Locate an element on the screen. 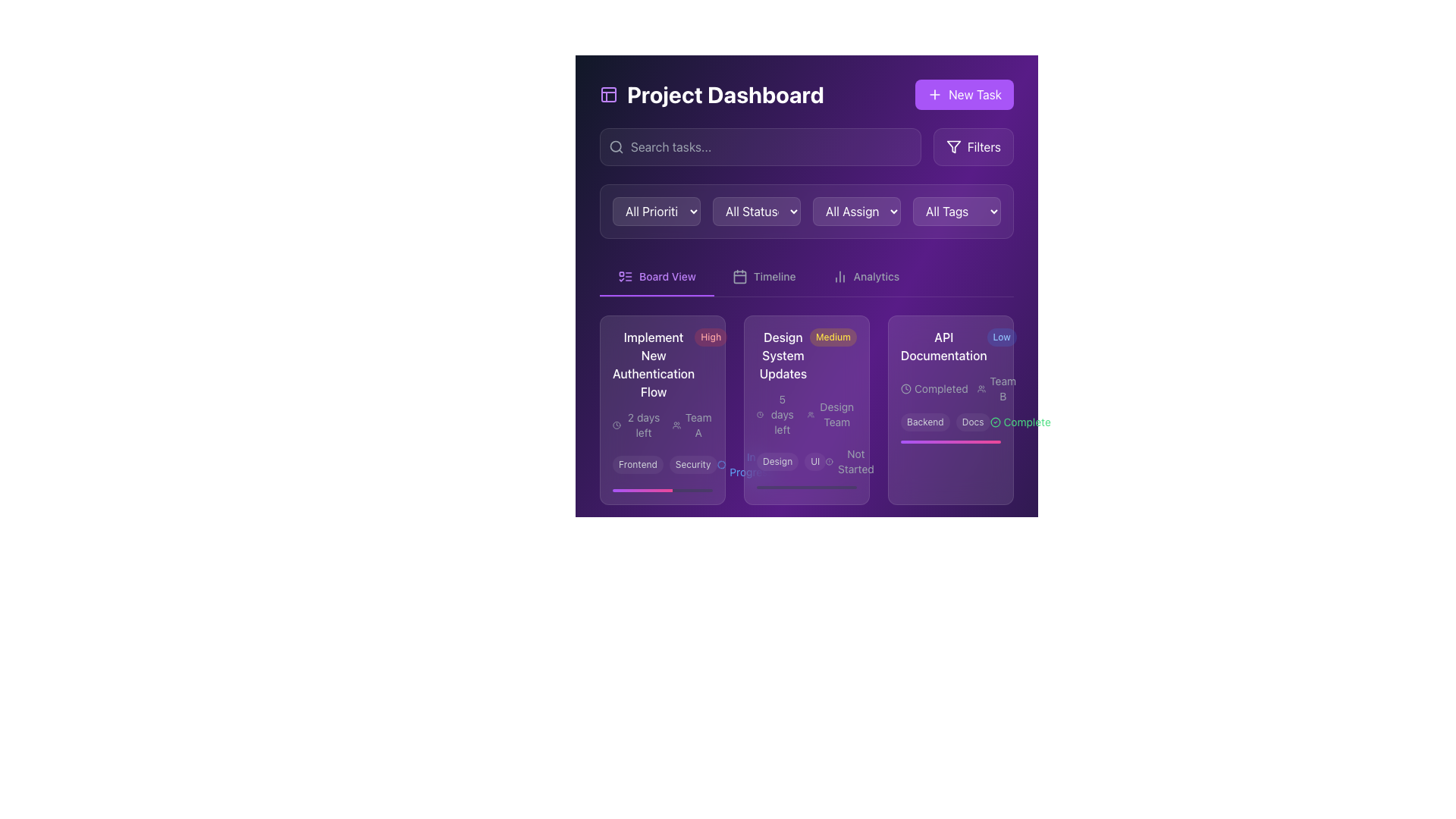 The height and width of the screenshot is (819, 1456). the title 'Implement New Authentication Flow' in the task card is located at coordinates (662, 365).